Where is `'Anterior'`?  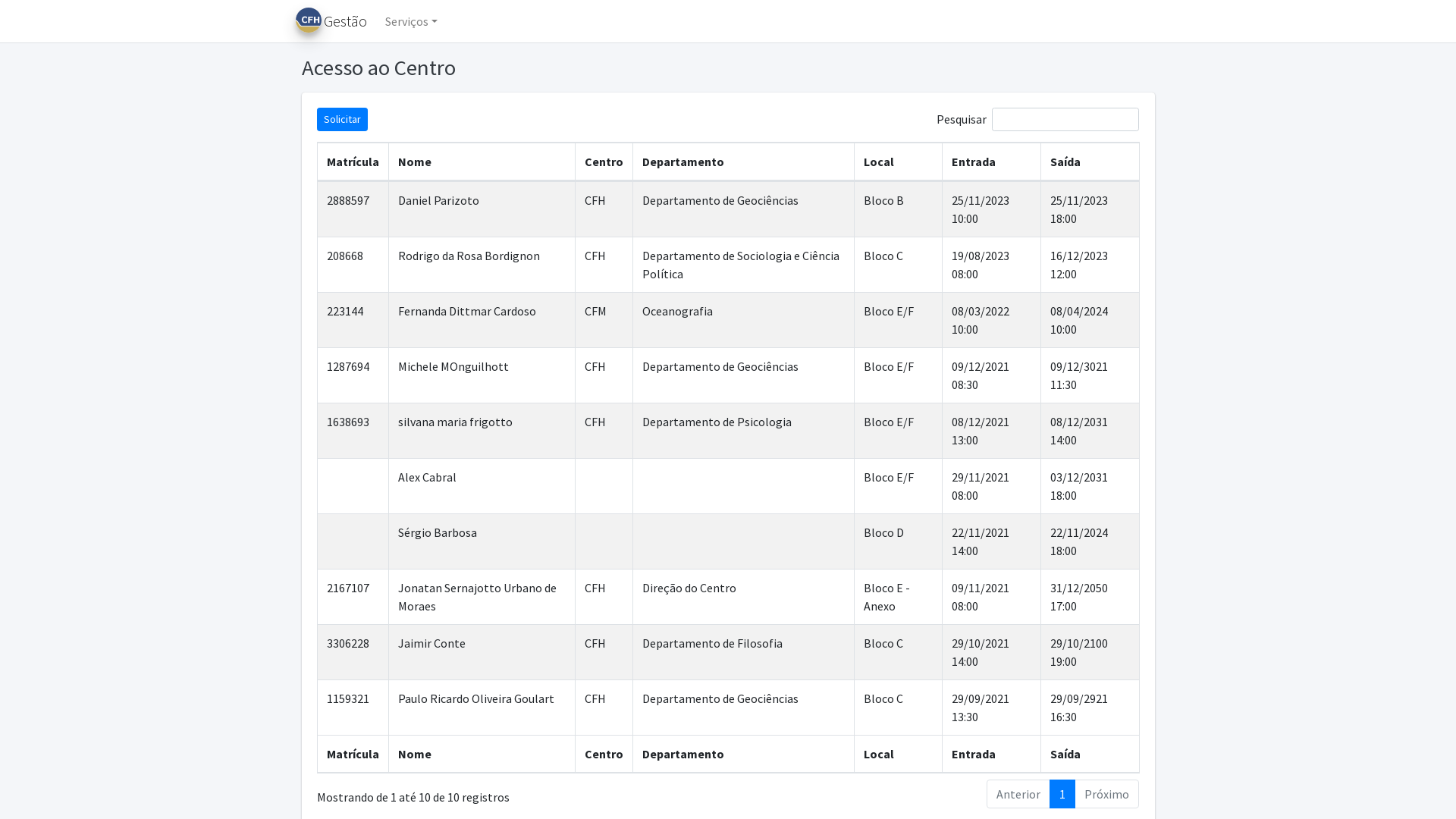 'Anterior' is located at coordinates (1018, 792).